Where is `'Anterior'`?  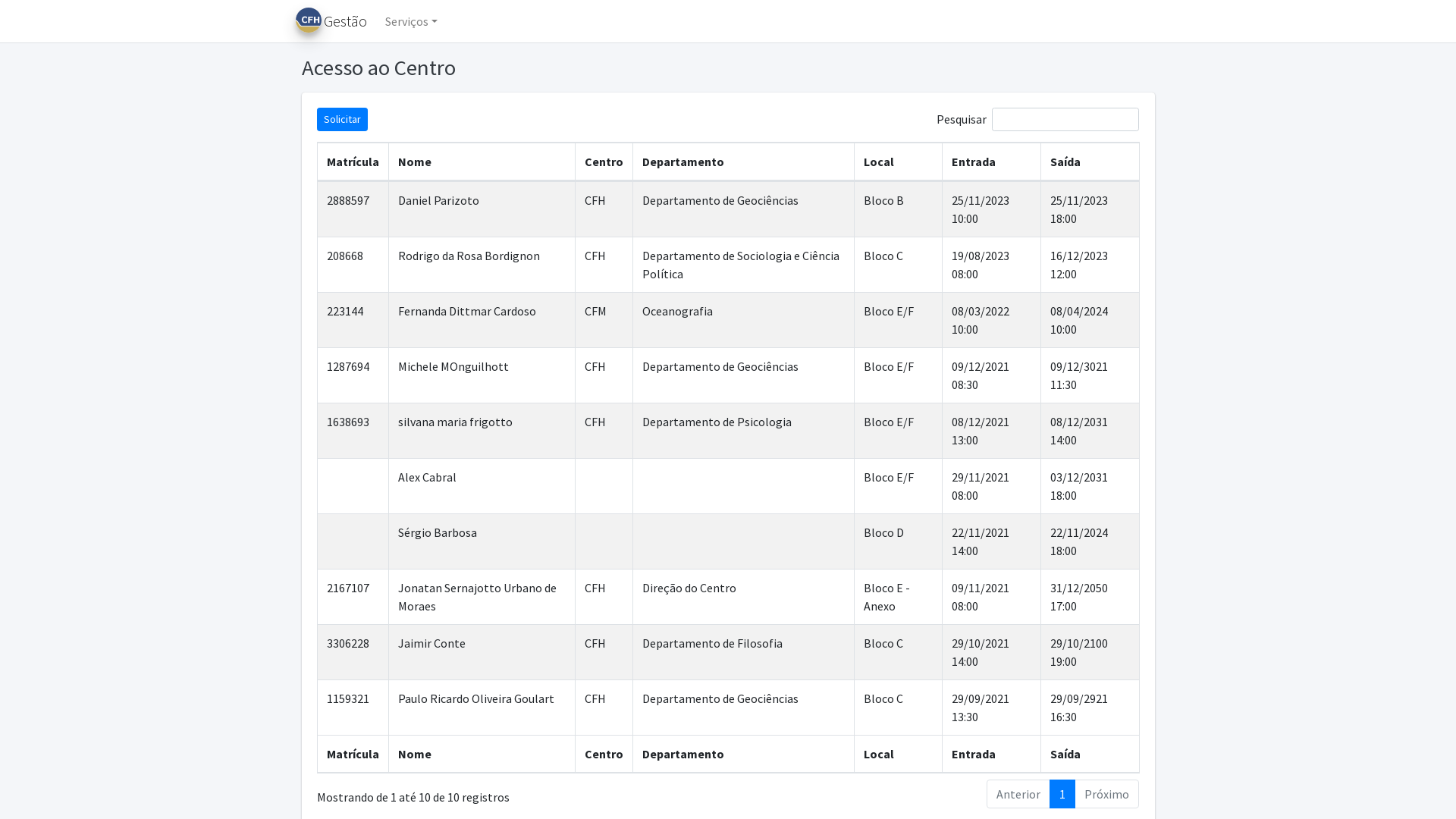 'Anterior' is located at coordinates (1018, 792).